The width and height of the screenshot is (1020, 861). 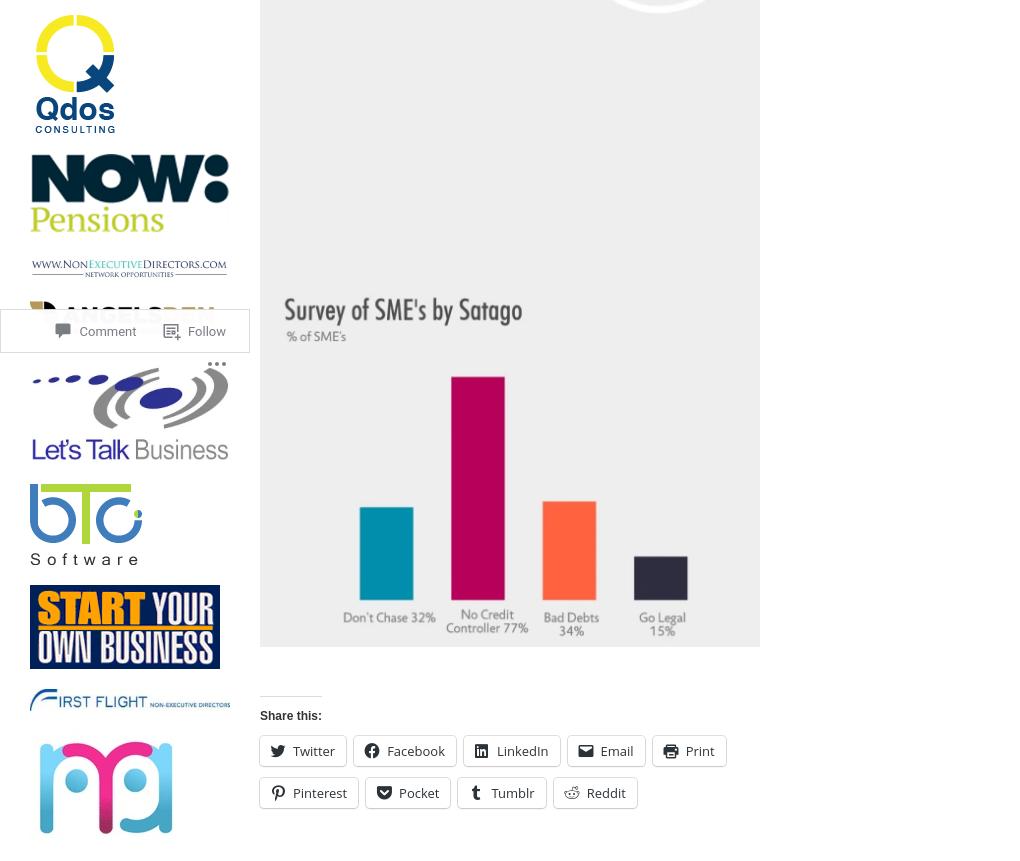 I want to click on 'Pinterest', so click(x=319, y=792).